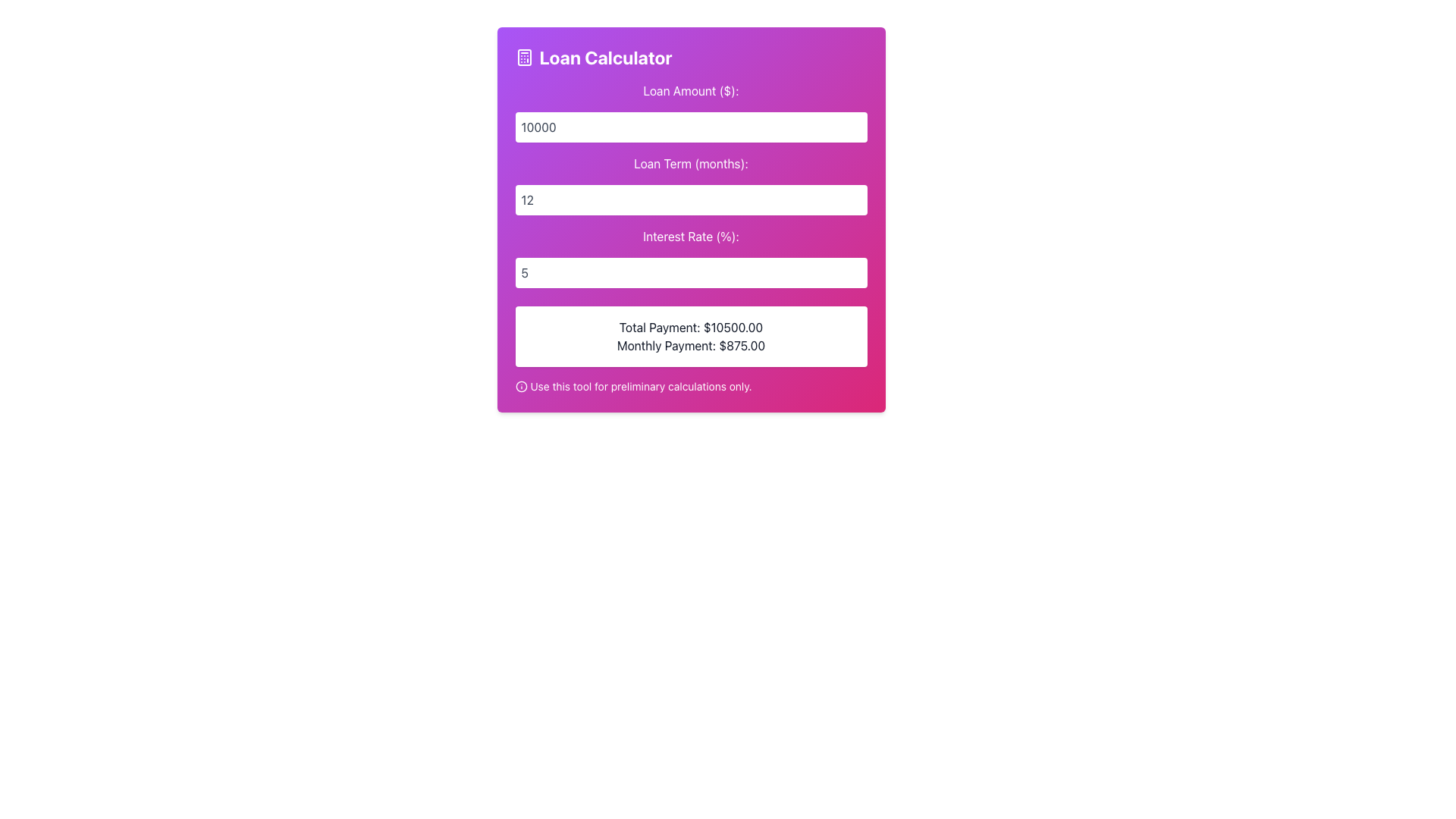 This screenshot has width=1456, height=819. What do you see at coordinates (524, 57) in the screenshot?
I see `the decorative loan calculator icon located to the left of the 'Loan Calculator' heading text at the top of the card` at bounding box center [524, 57].